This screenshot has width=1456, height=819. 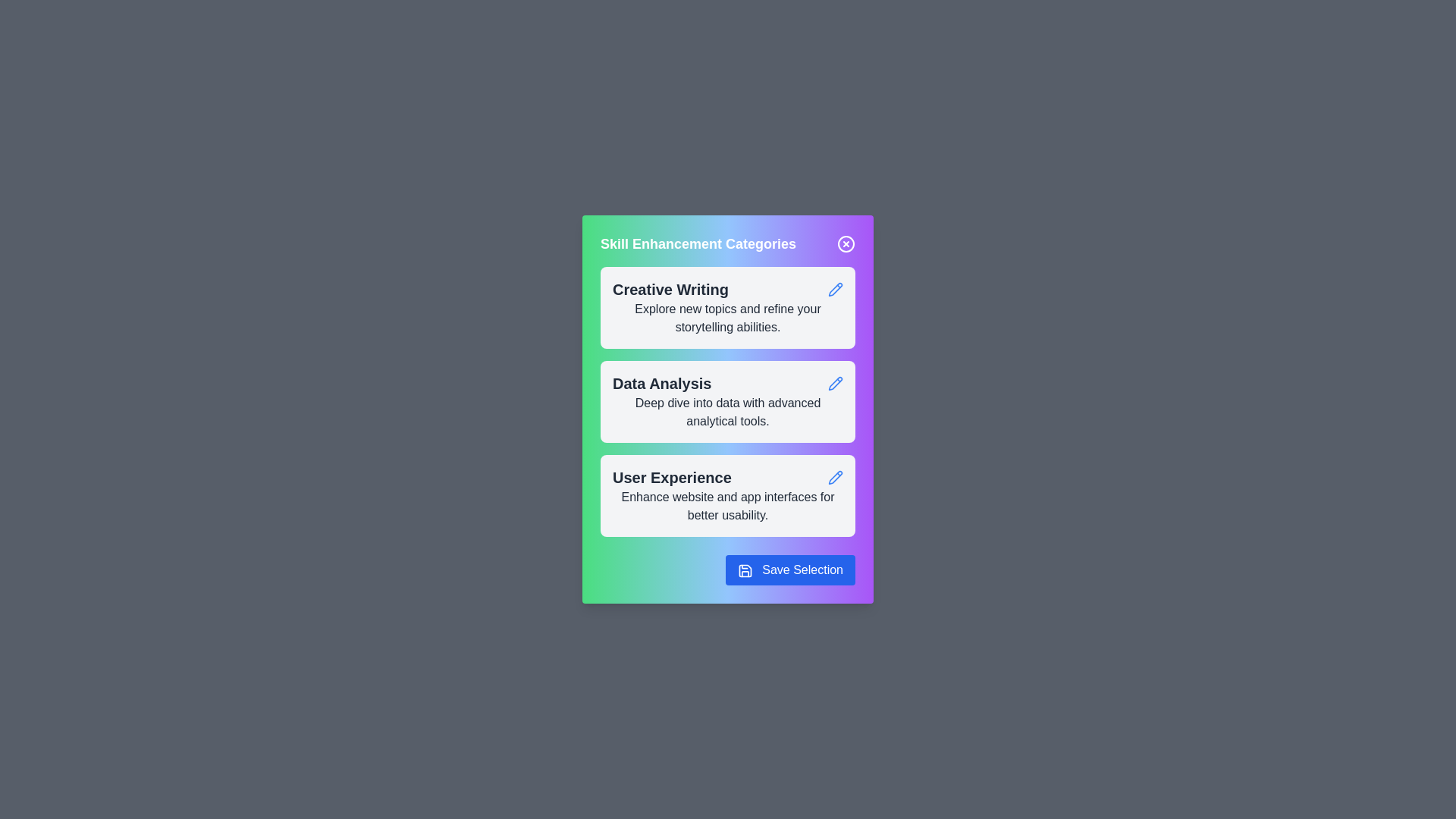 I want to click on the category card for Creative Writing, so click(x=728, y=307).